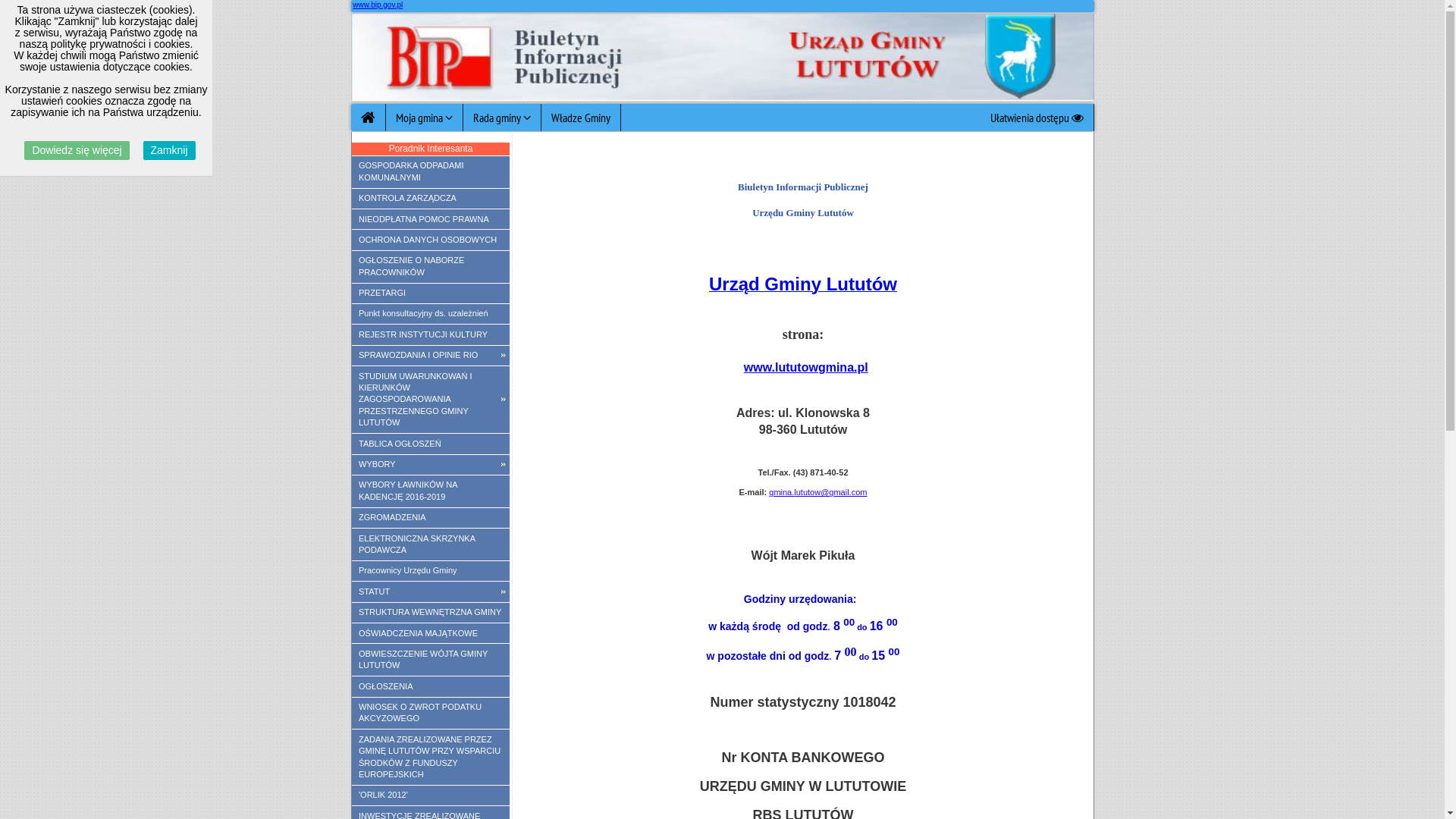 The height and width of the screenshot is (819, 1456). Describe the element at coordinates (429, 543) in the screenshot. I see `'ELEKTRONICZNA SKRZYNKA PODAWCZA'` at that location.